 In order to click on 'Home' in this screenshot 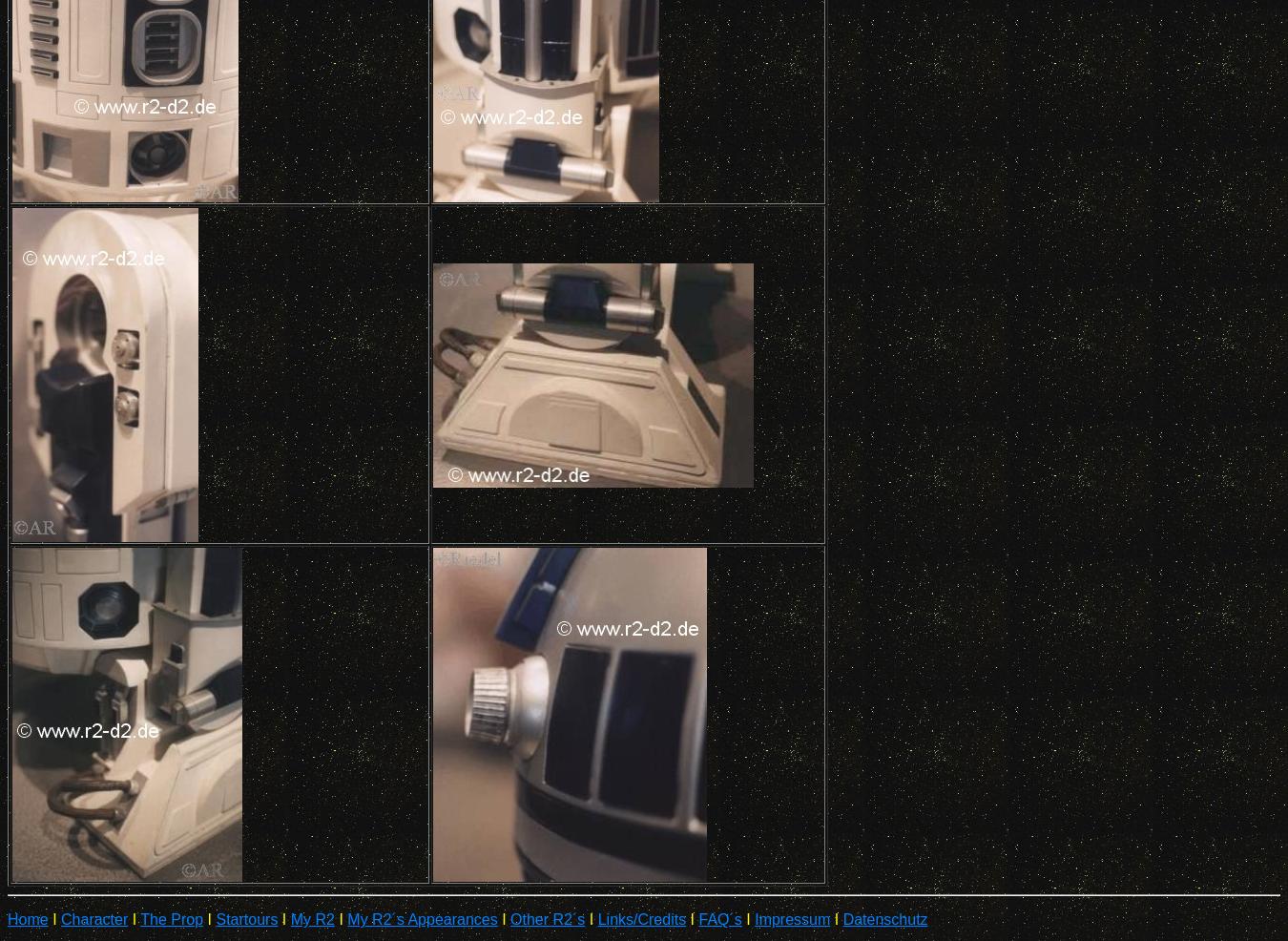, I will do `click(6, 919)`.